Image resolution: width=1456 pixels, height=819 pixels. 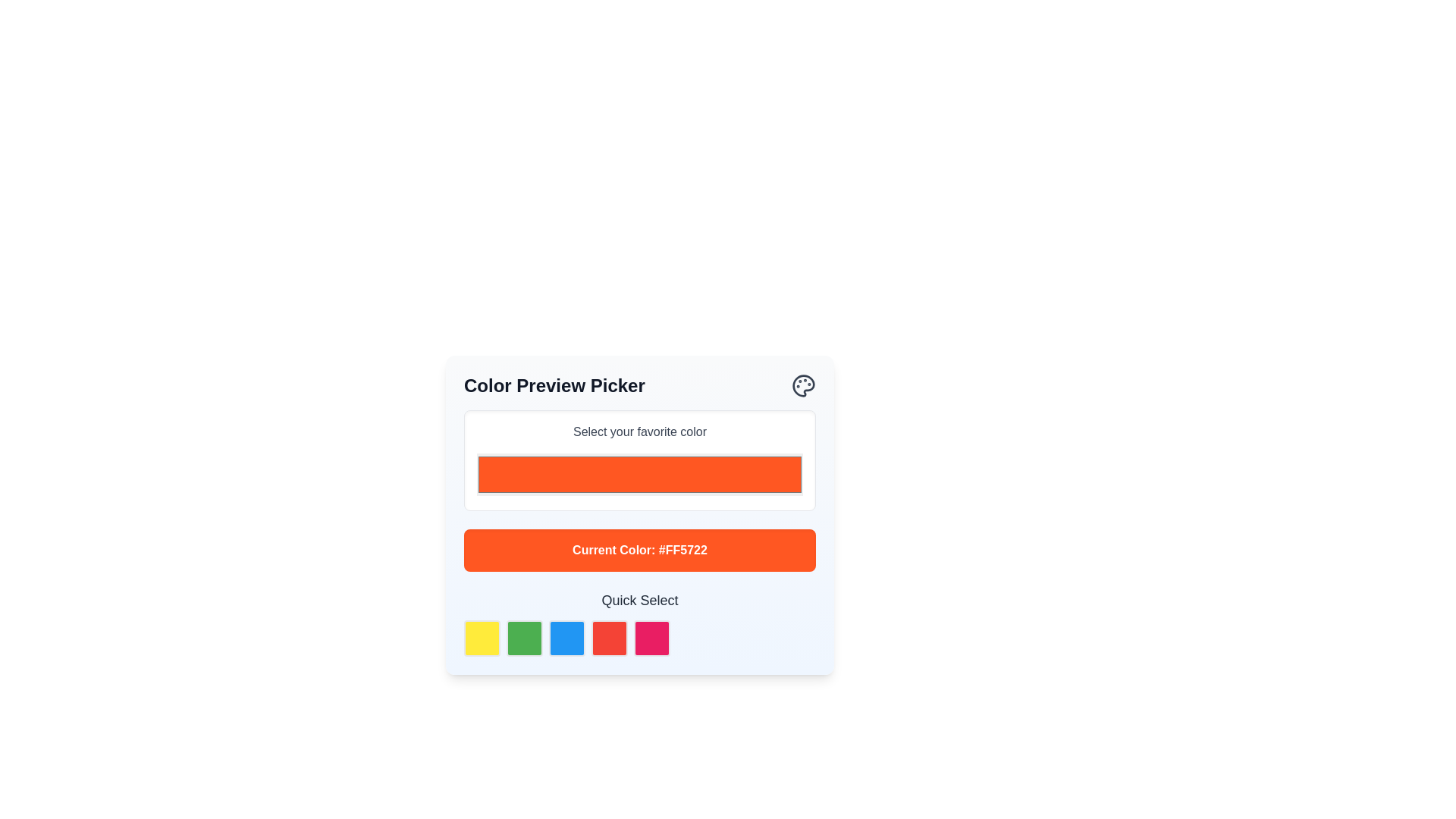 What do you see at coordinates (524, 638) in the screenshot?
I see `the green button with rounded corners located under 'Quick Select'` at bounding box center [524, 638].